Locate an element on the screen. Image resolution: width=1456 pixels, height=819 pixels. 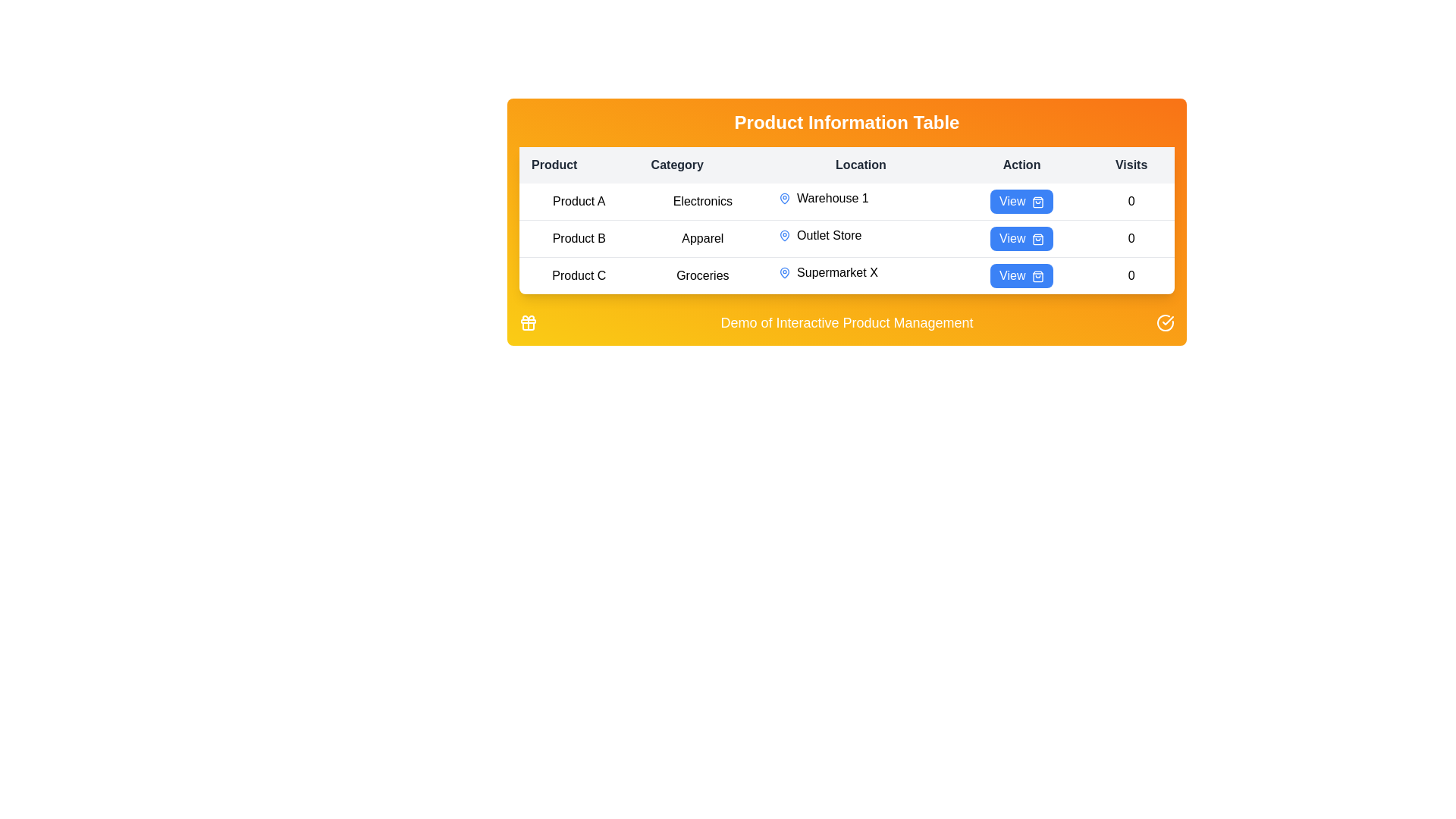
text label displaying 'Product A' in black font, located in the top-left corner of the table under the header in the 'Product' column is located at coordinates (578, 201).